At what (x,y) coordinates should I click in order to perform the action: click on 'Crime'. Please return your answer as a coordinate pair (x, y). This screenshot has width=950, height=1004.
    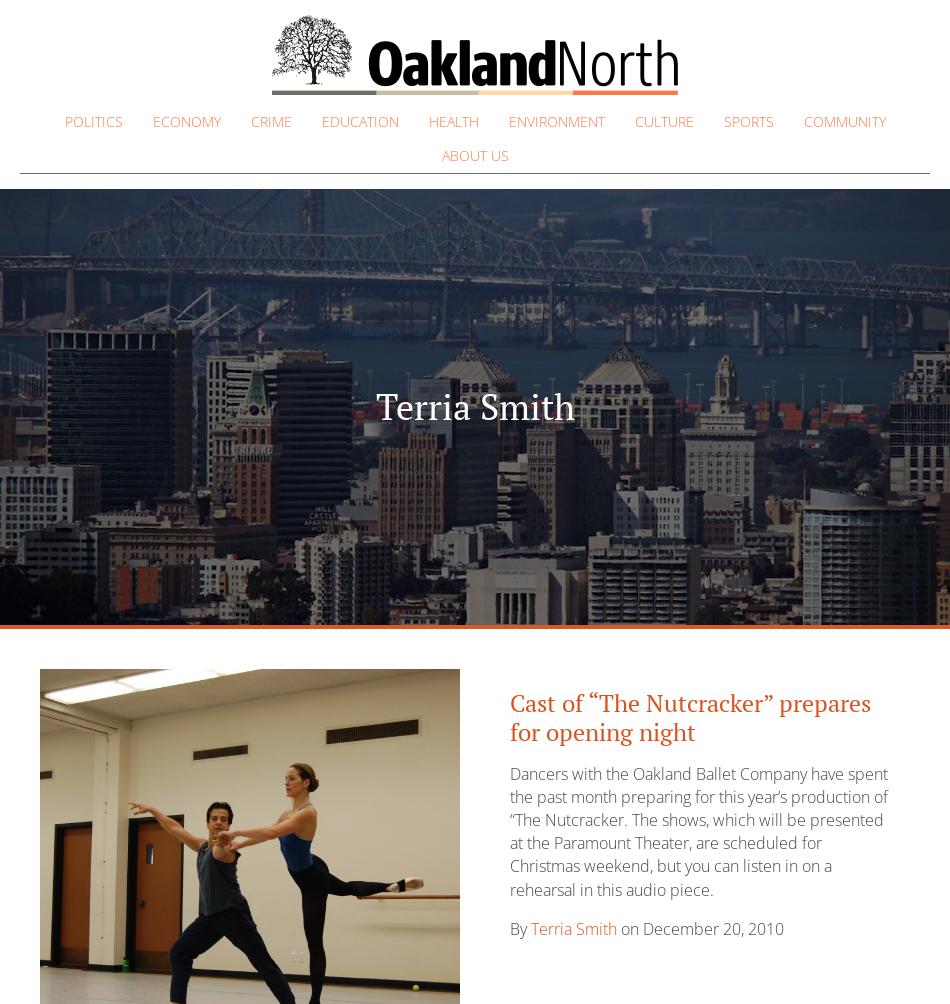
    Looking at the image, I should click on (269, 121).